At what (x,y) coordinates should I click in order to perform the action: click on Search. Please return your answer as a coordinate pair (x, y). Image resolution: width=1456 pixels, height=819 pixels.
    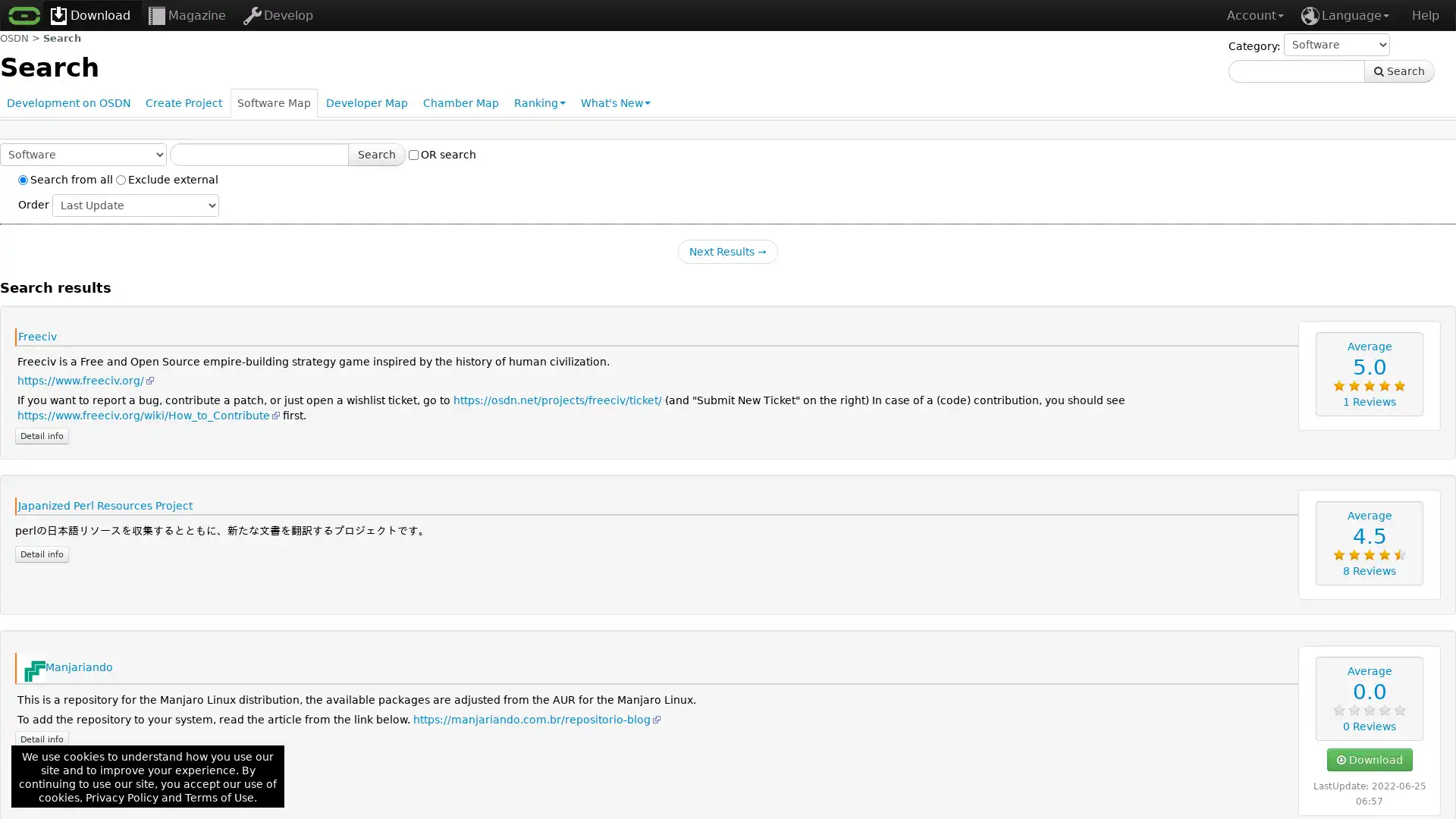
    Looking at the image, I should click on (1398, 71).